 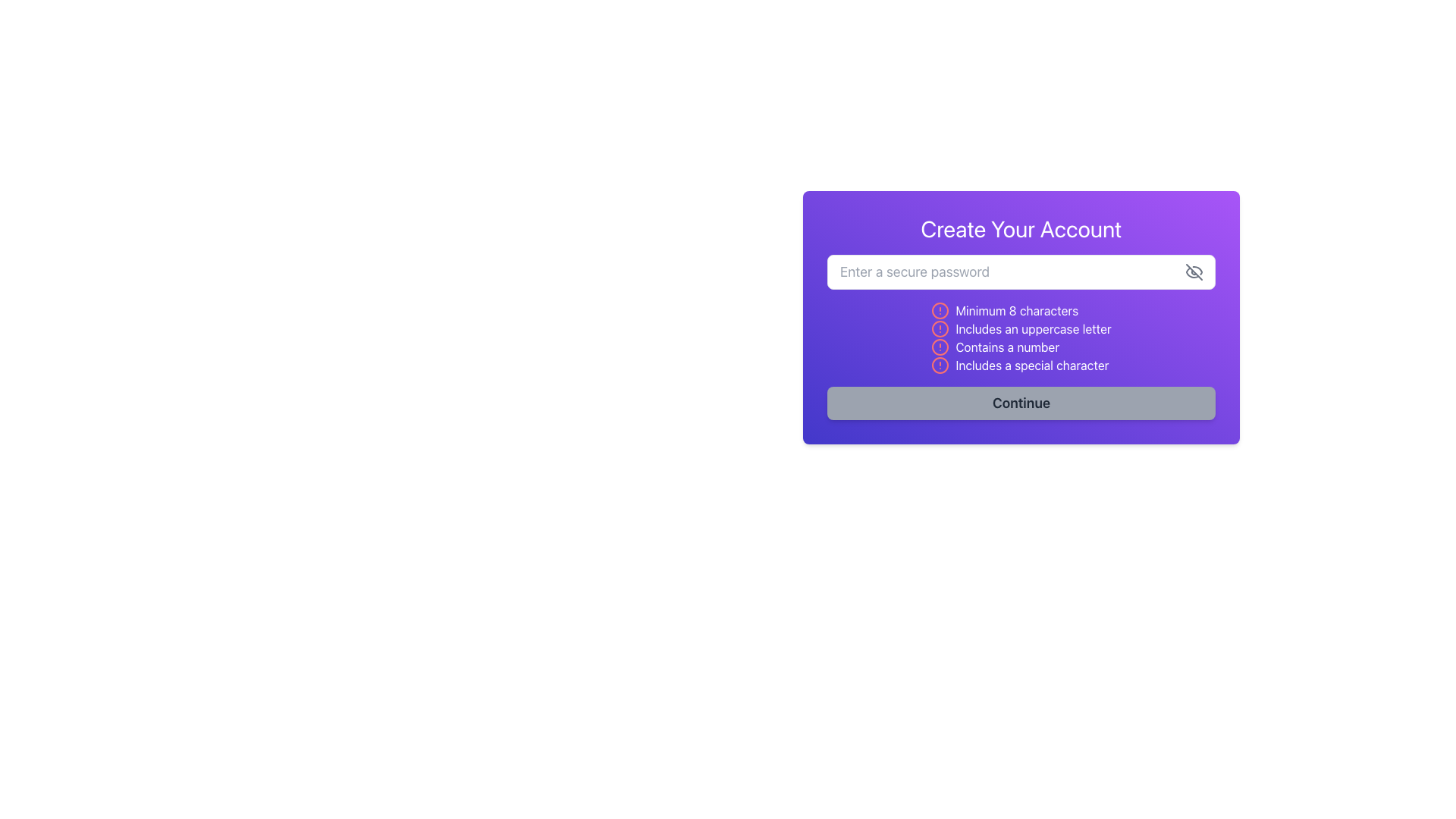 I want to click on the decorative SVG circle icon that represents the visual signal for the password rule related to special characters, located in the fourth requirement row under the password rules, so click(x=940, y=366).